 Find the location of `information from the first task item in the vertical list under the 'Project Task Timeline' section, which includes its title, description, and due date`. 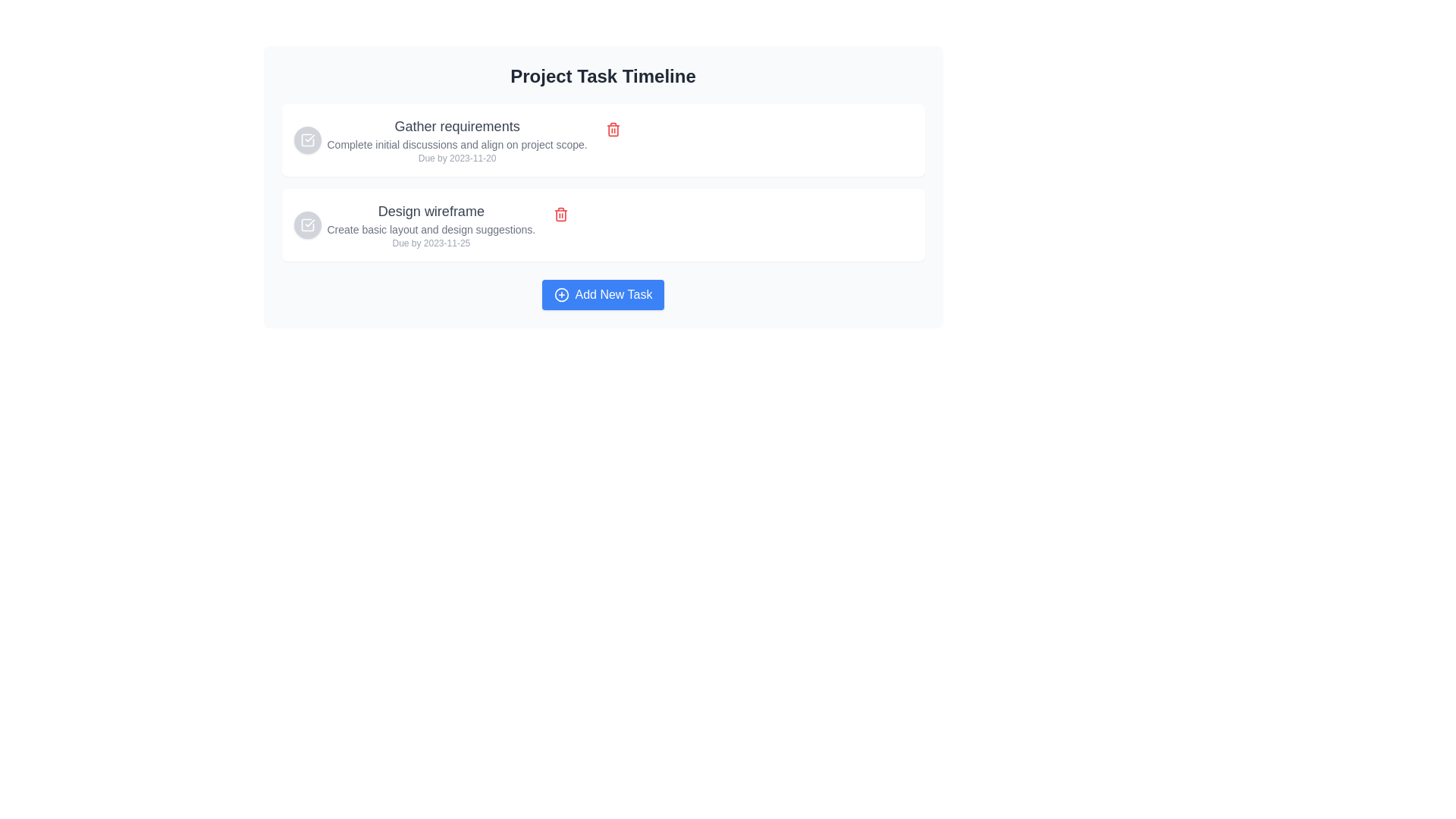

information from the first task item in the vertical list under the 'Project Task Timeline' section, which includes its title, description, and due date is located at coordinates (440, 140).